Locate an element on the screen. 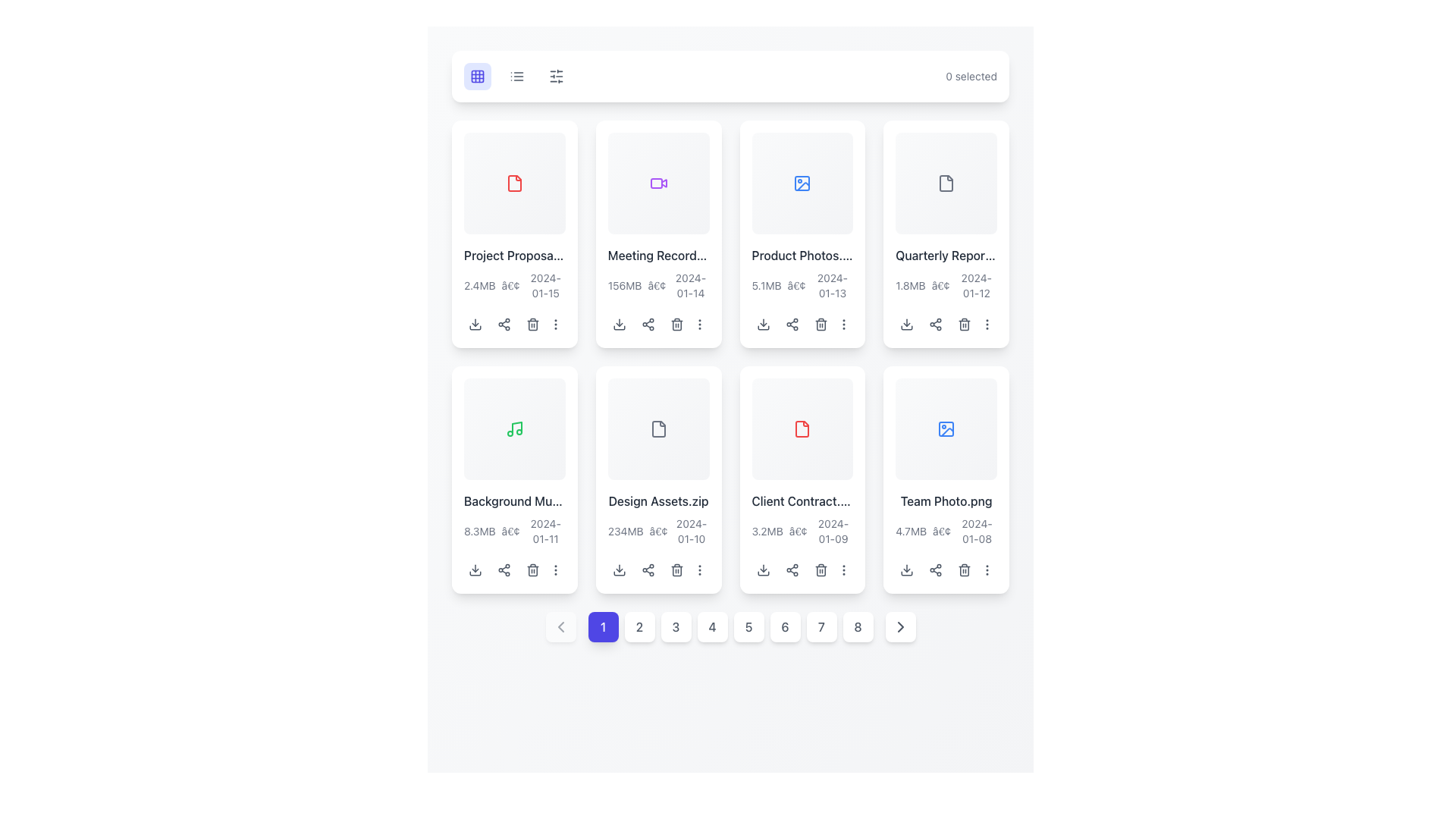 This screenshot has height=819, width=1456. the button located in the top-right corner of the 'Project Proposal...' card is located at coordinates (555, 323).